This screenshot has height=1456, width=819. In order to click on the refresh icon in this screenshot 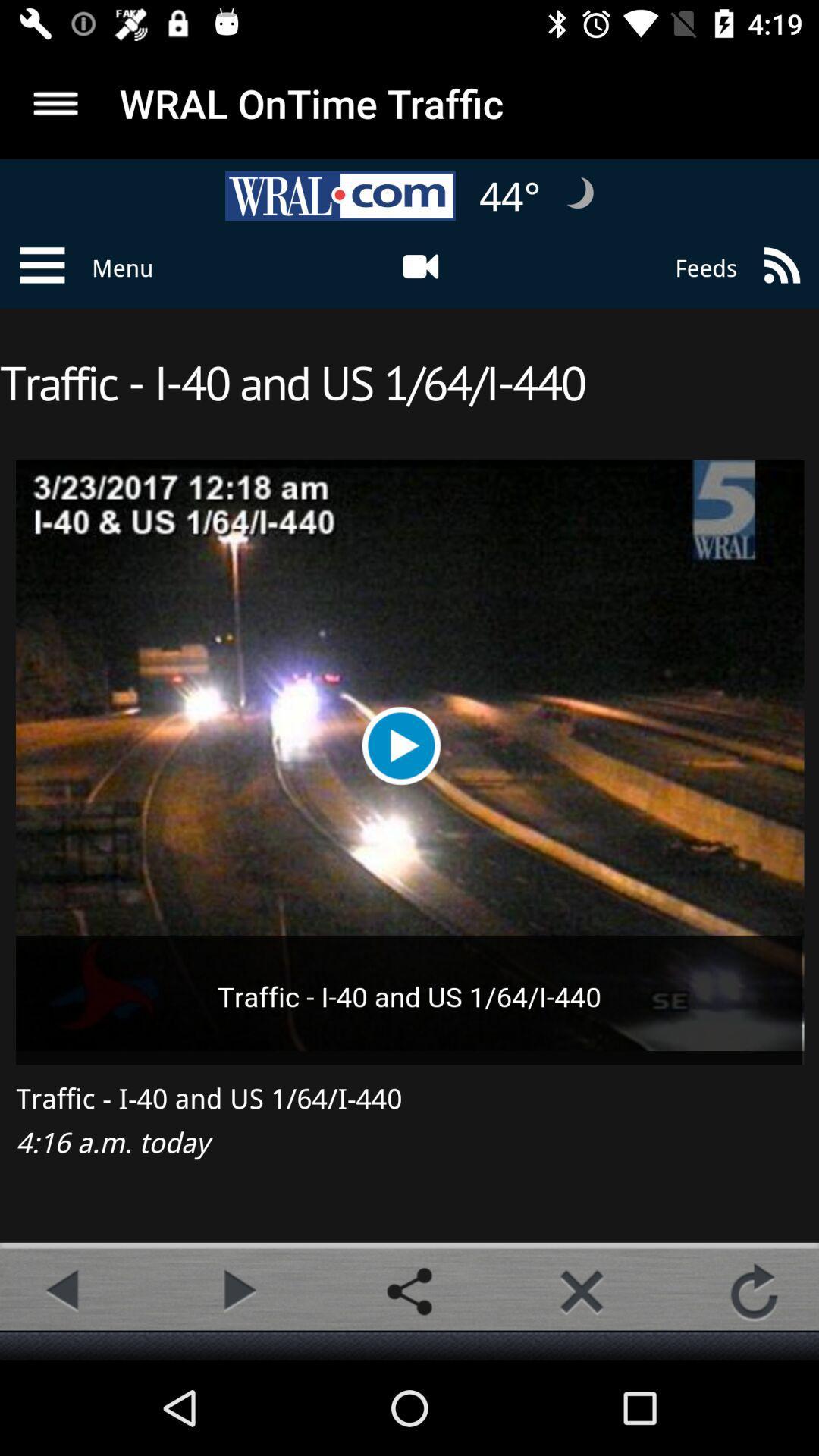, I will do `click(754, 1291)`.